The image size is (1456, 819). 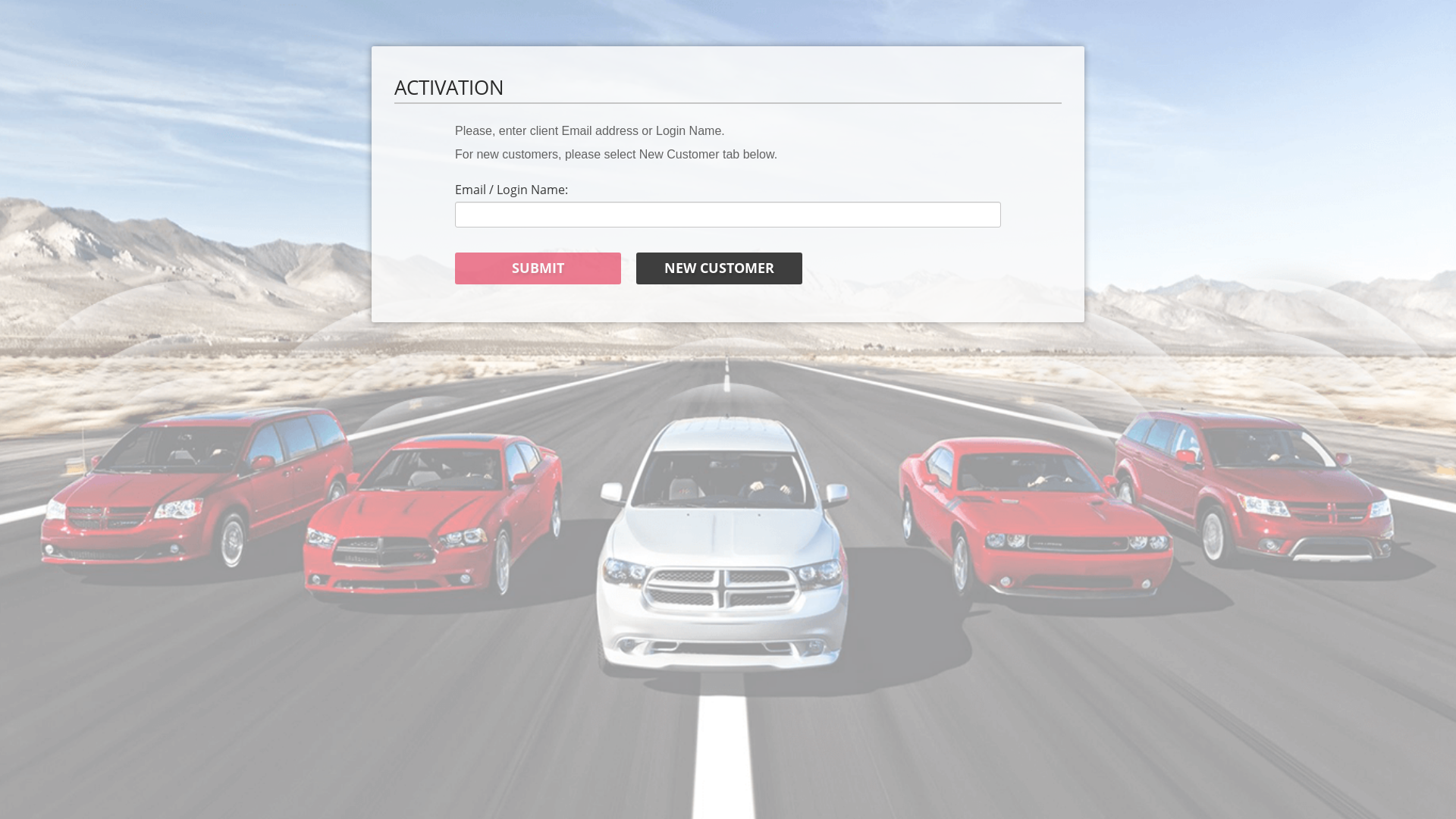 What do you see at coordinates (718, 268) in the screenshot?
I see `'NEW CUSTOMER'` at bounding box center [718, 268].